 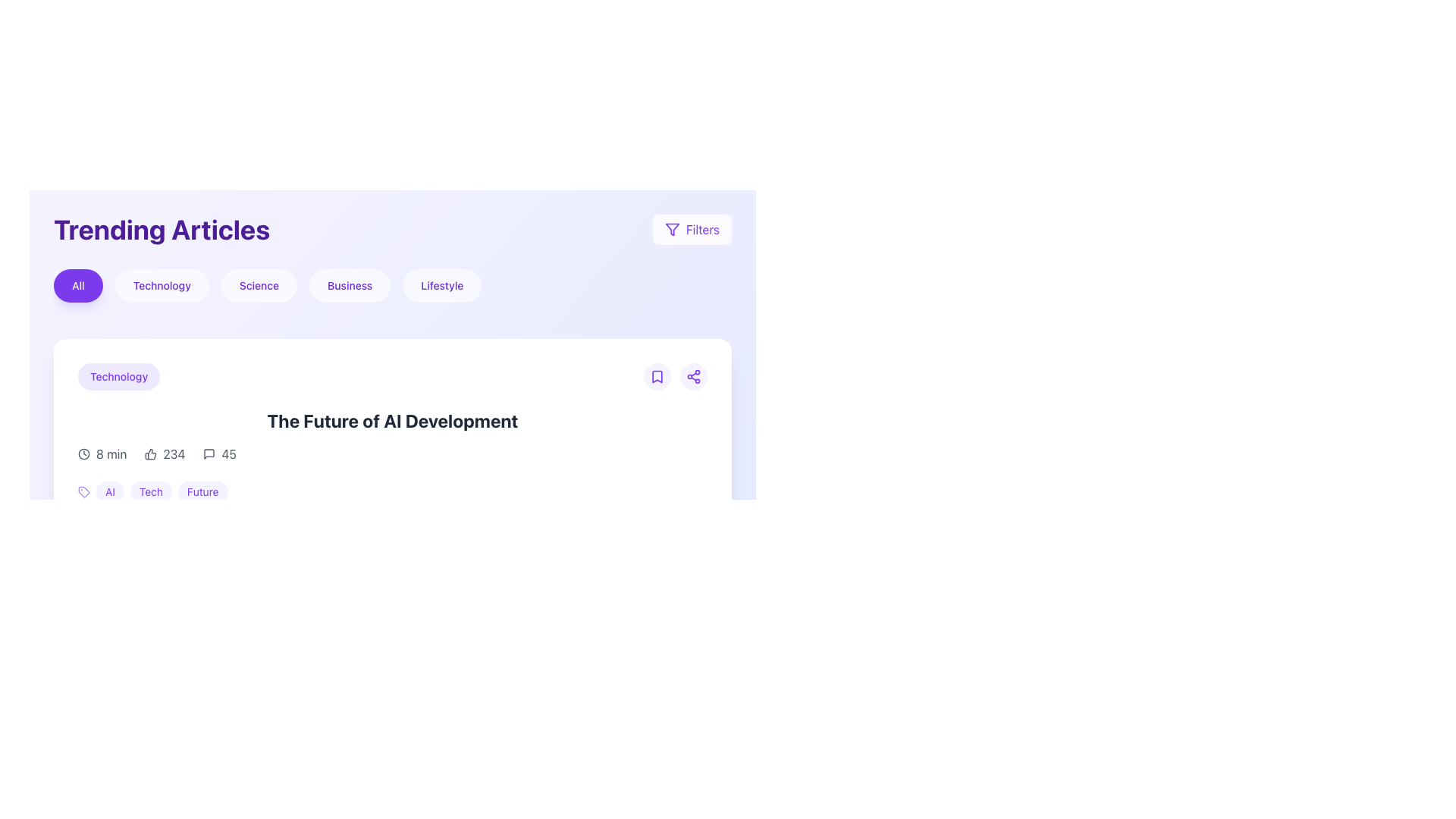 What do you see at coordinates (675, 376) in the screenshot?
I see `the interactive button group located in the upper-right corner of the content area, which includes the bookmark and share buttons for effects` at bounding box center [675, 376].